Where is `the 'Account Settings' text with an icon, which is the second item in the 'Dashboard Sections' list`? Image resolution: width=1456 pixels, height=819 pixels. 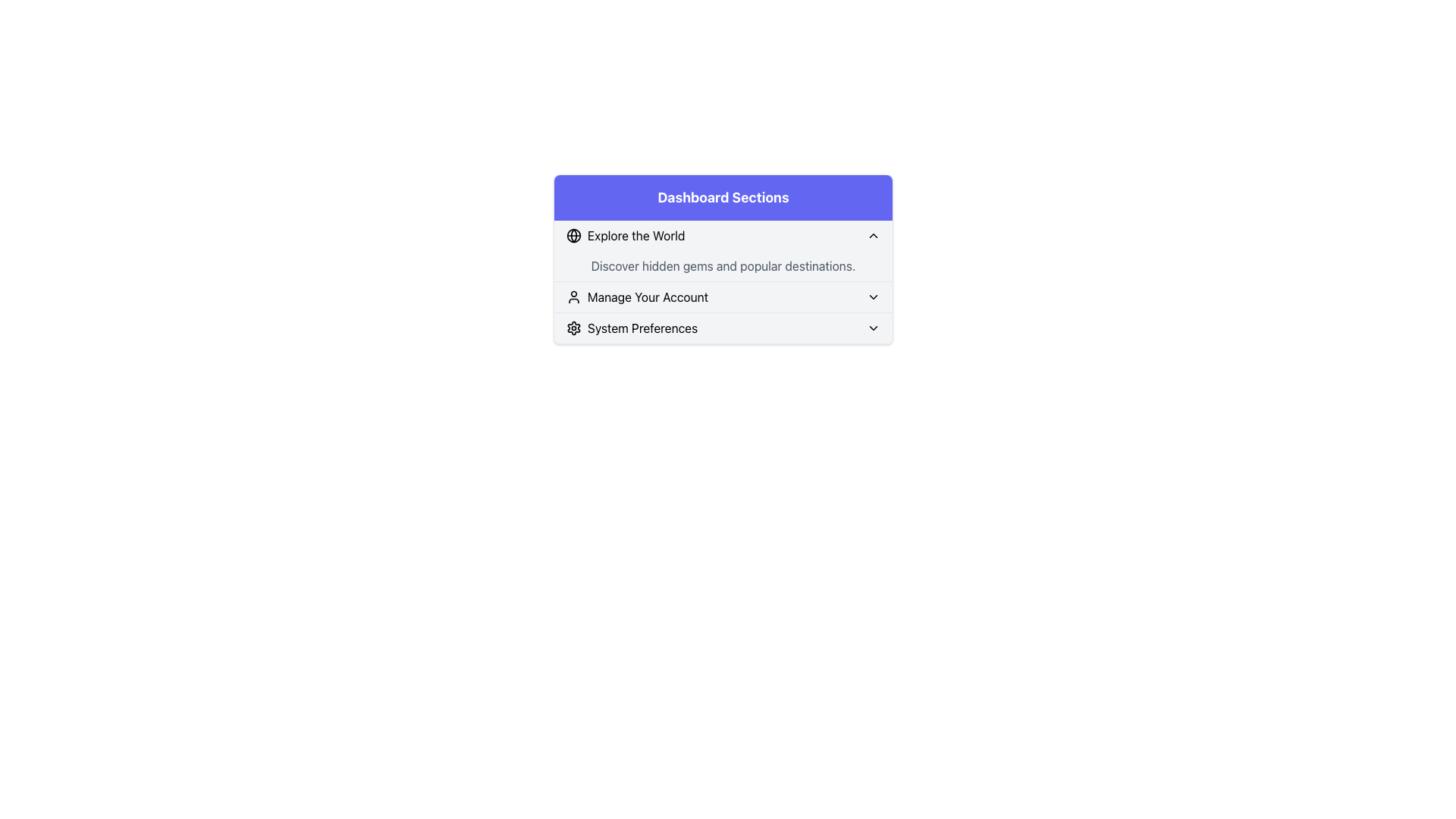
the 'Account Settings' text with an icon, which is the second item in the 'Dashboard Sections' list is located at coordinates (637, 297).